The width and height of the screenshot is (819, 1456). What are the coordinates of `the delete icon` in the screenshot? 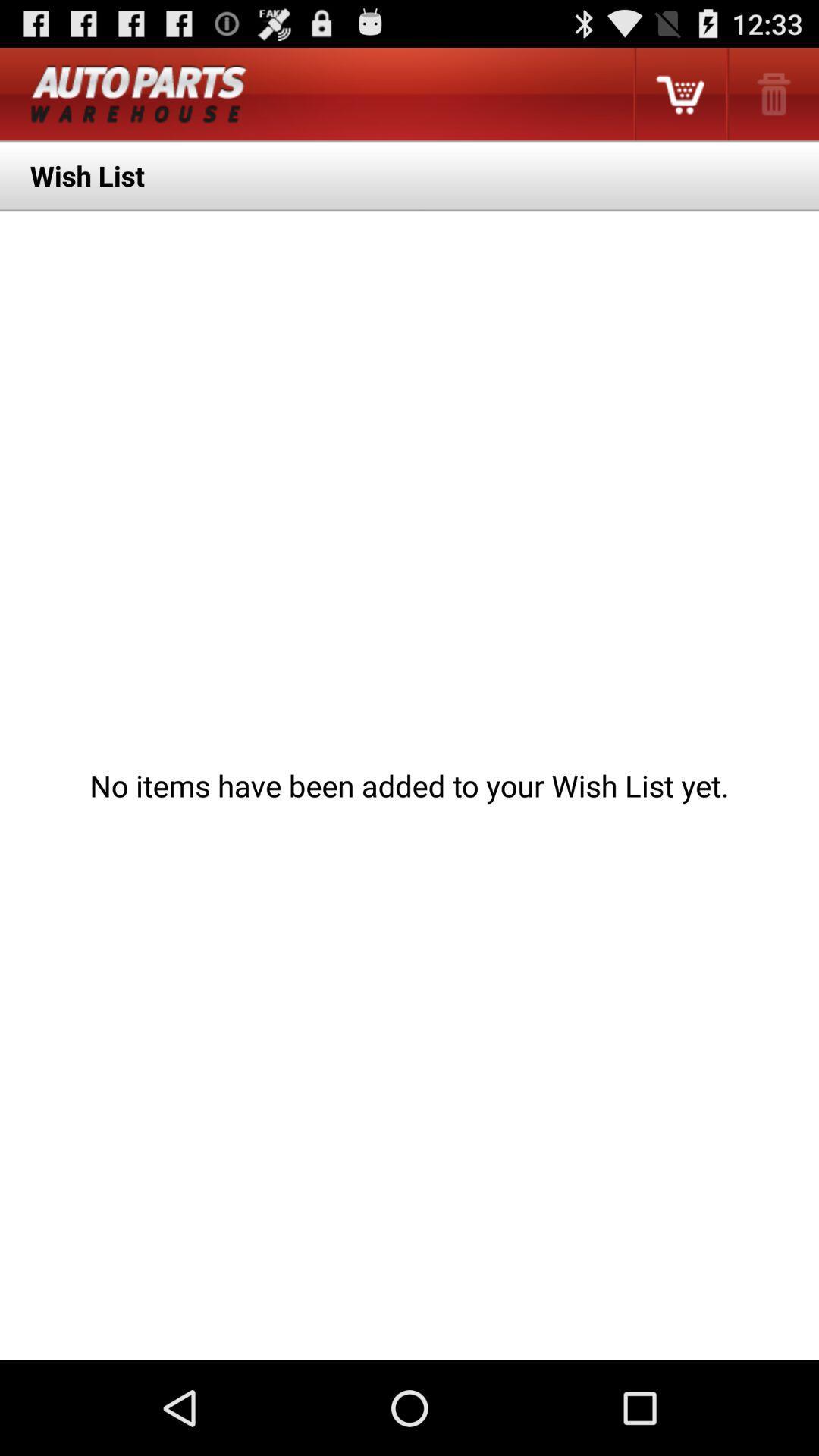 It's located at (772, 99).